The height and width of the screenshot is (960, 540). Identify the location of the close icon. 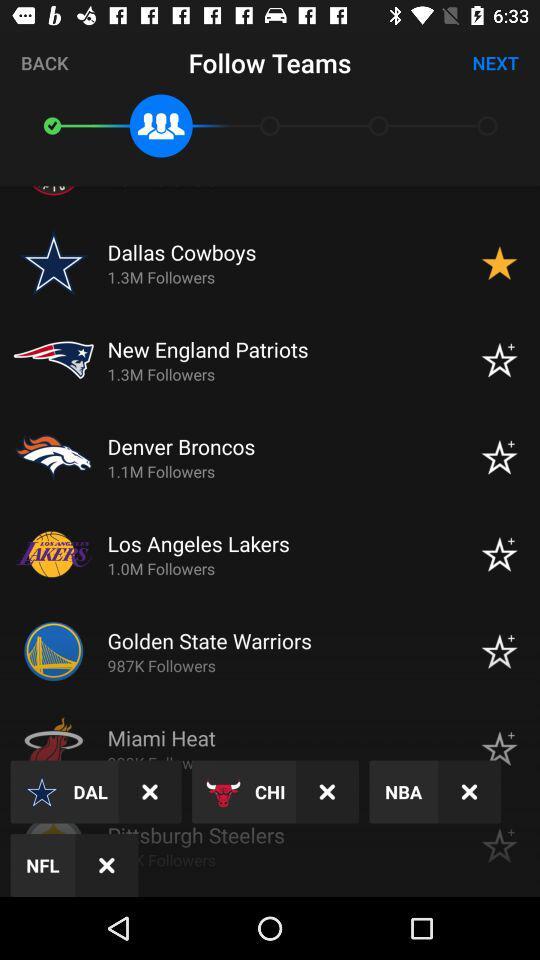
(149, 792).